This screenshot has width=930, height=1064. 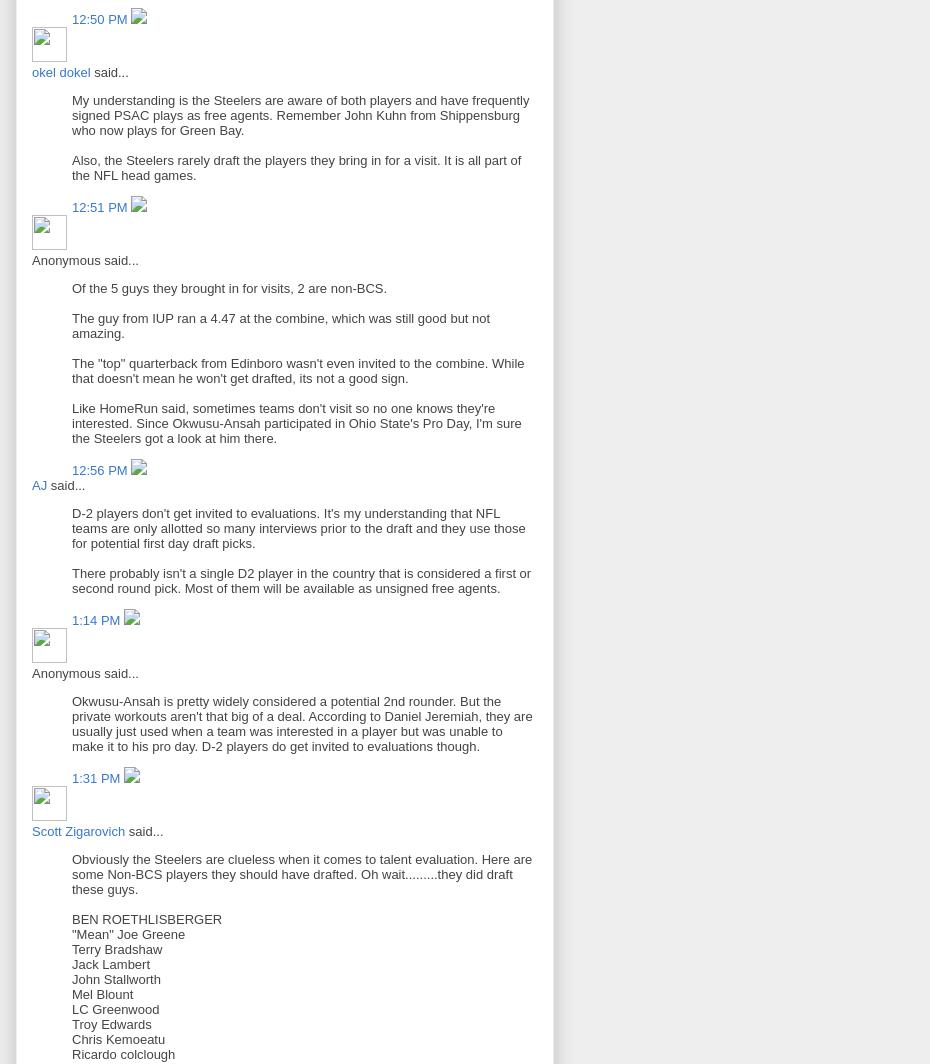 I want to click on '"Mean" Joe Greene', so click(x=128, y=934).